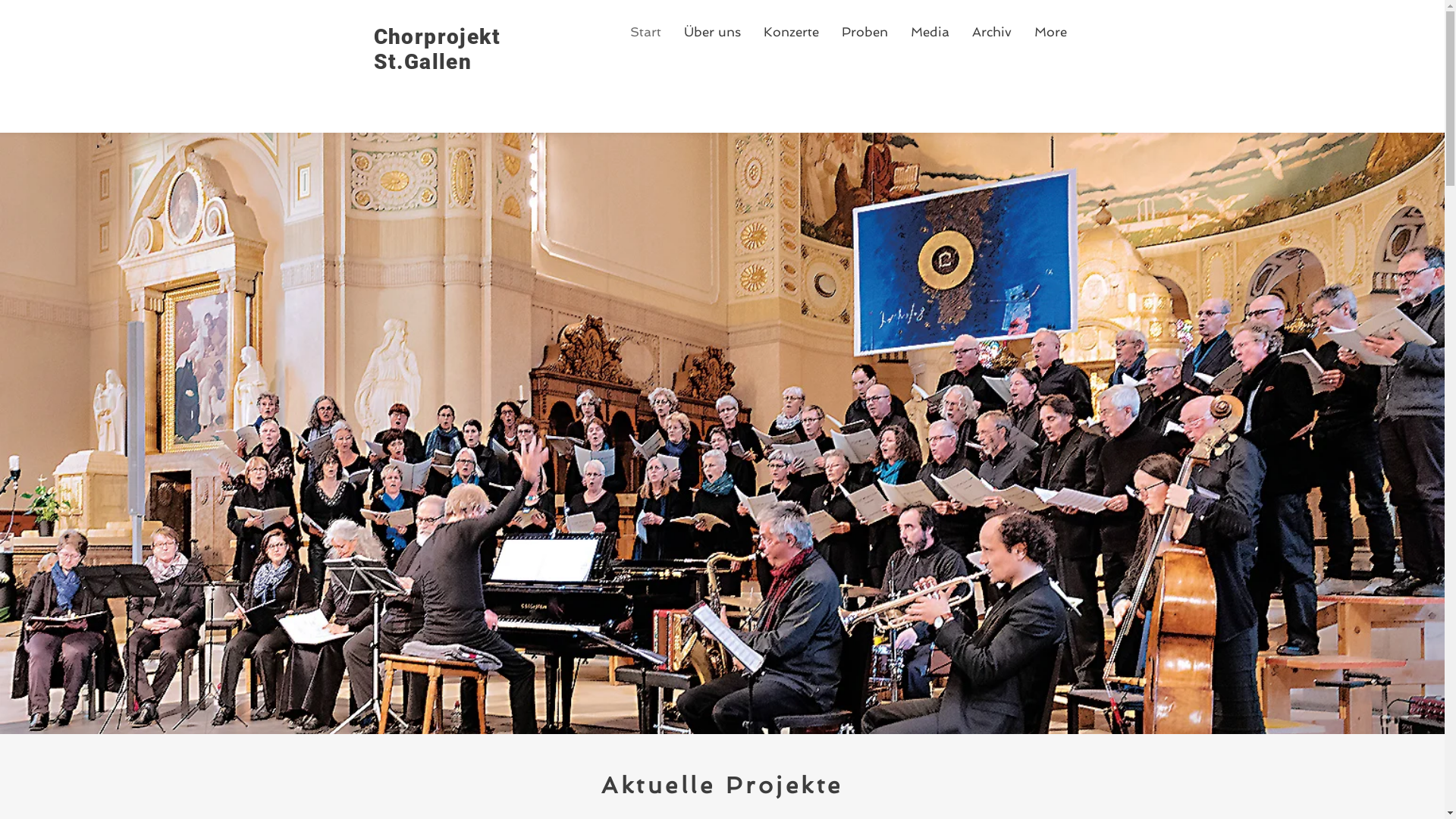  What do you see at coordinates (790, 32) in the screenshot?
I see `'Konzerte'` at bounding box center [790, 32].